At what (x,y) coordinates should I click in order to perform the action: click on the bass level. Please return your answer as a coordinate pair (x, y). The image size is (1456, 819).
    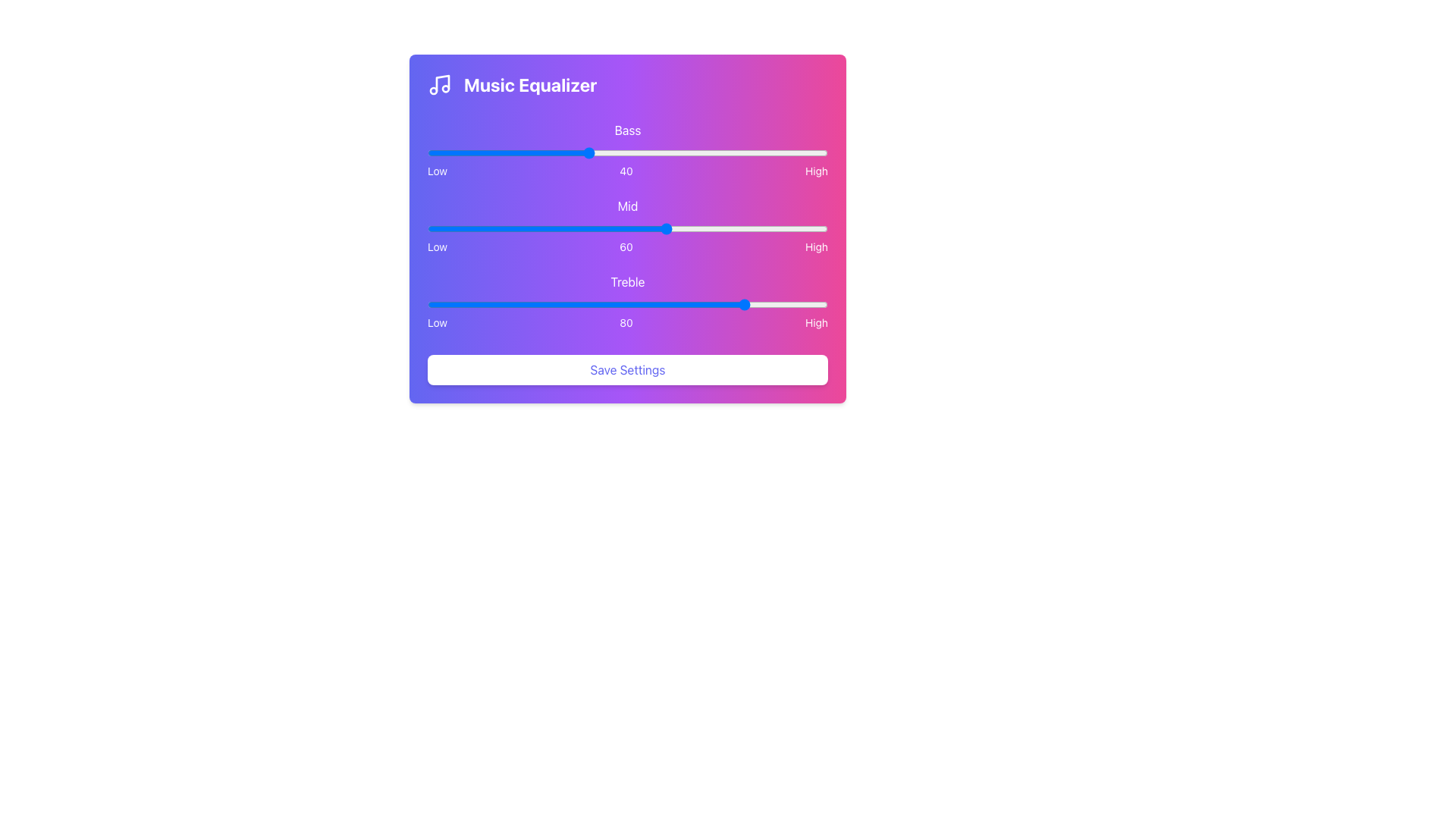
    Looking at the image, I should click on (679, 152).